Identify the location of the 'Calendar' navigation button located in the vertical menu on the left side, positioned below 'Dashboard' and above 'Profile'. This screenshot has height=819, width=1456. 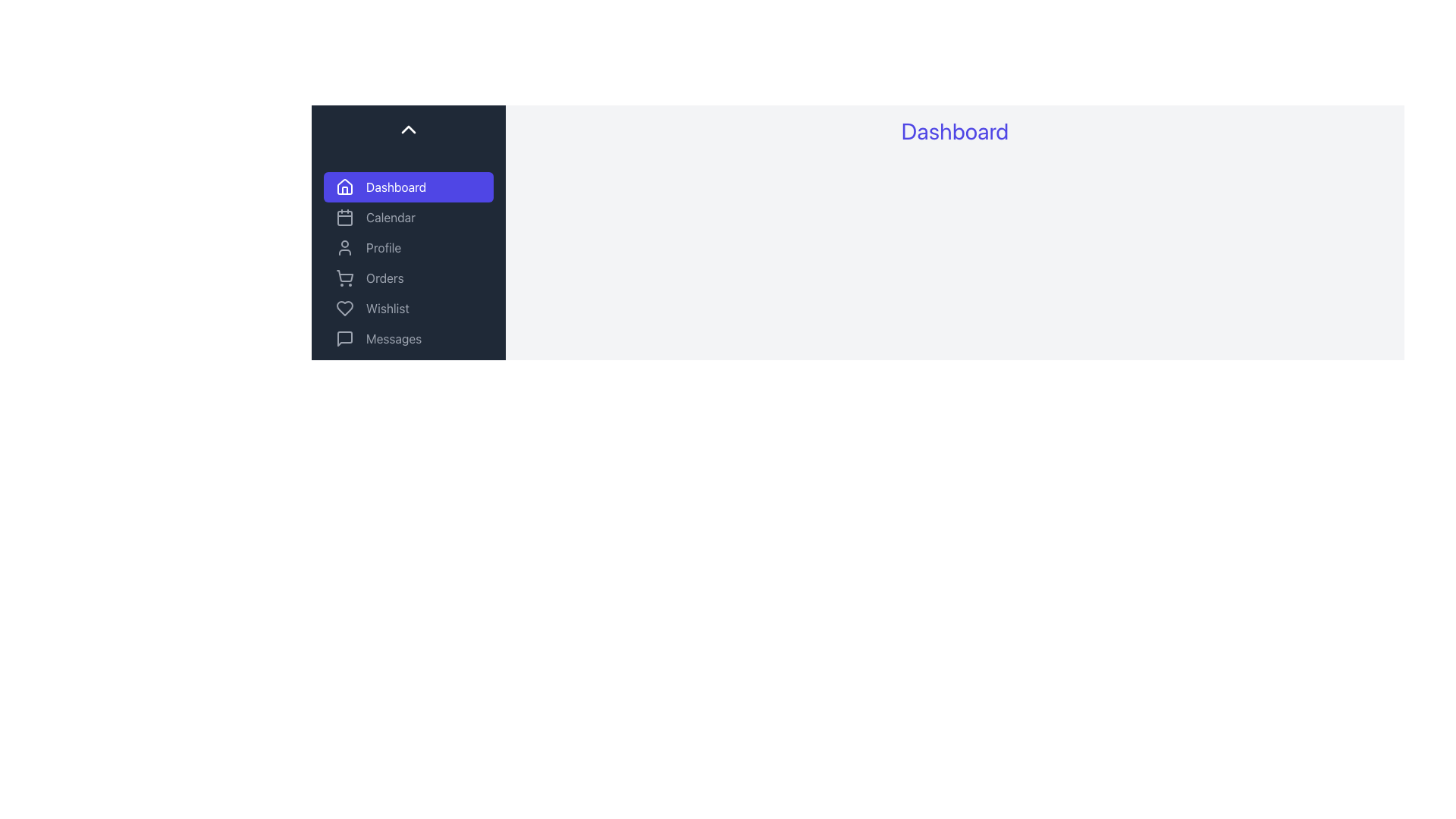
(408, 217).